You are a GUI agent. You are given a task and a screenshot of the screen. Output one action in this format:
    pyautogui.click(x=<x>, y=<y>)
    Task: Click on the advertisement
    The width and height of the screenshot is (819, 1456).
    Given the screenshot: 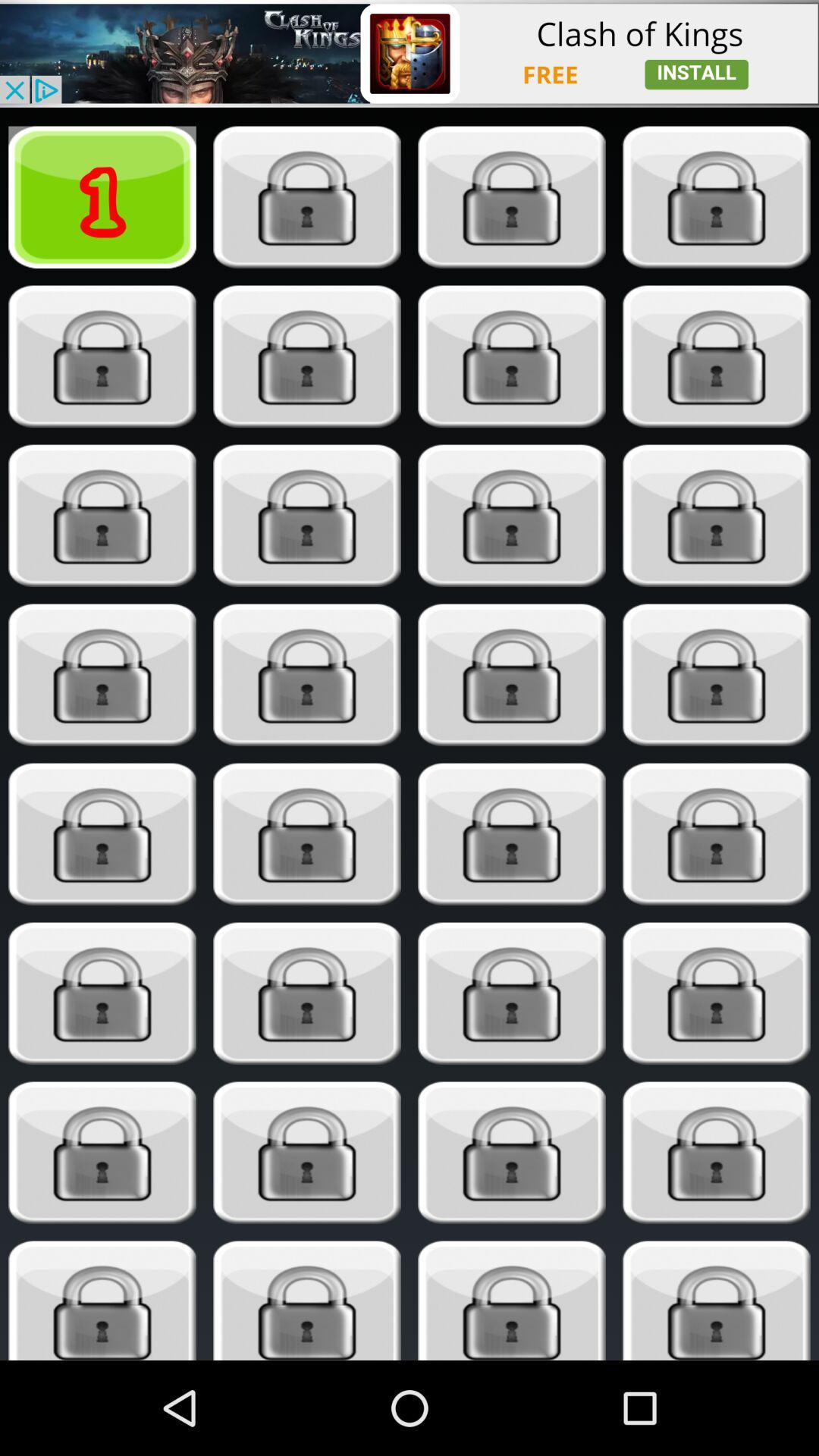 What is the action you would take?
    pyautogui.click(x=409, y=53)
    